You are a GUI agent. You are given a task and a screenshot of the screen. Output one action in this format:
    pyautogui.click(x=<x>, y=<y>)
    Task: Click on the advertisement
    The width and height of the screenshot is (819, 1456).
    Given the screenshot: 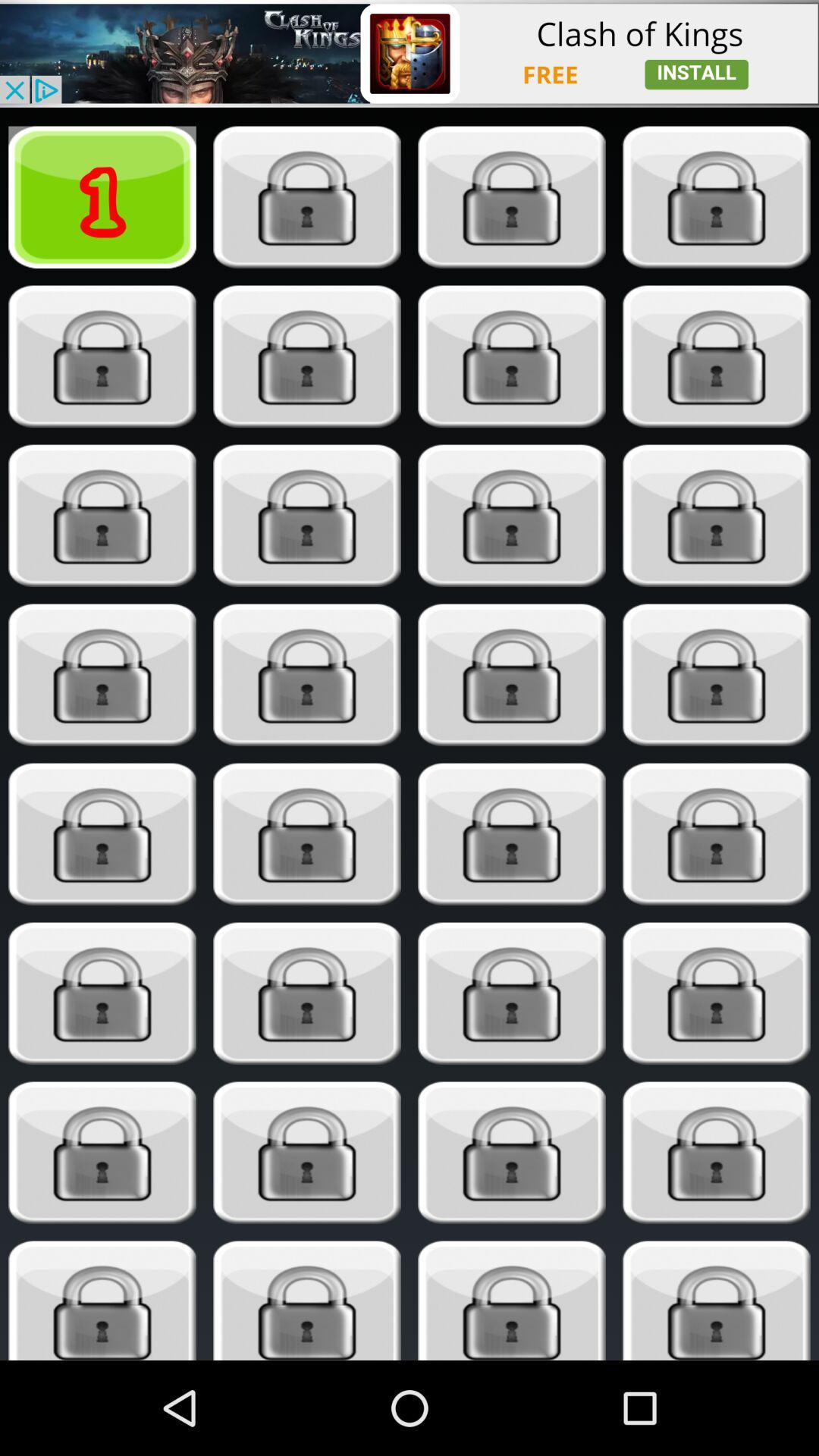 What is the action you would take?
    pyautogui.click(x=409, y=53)
    